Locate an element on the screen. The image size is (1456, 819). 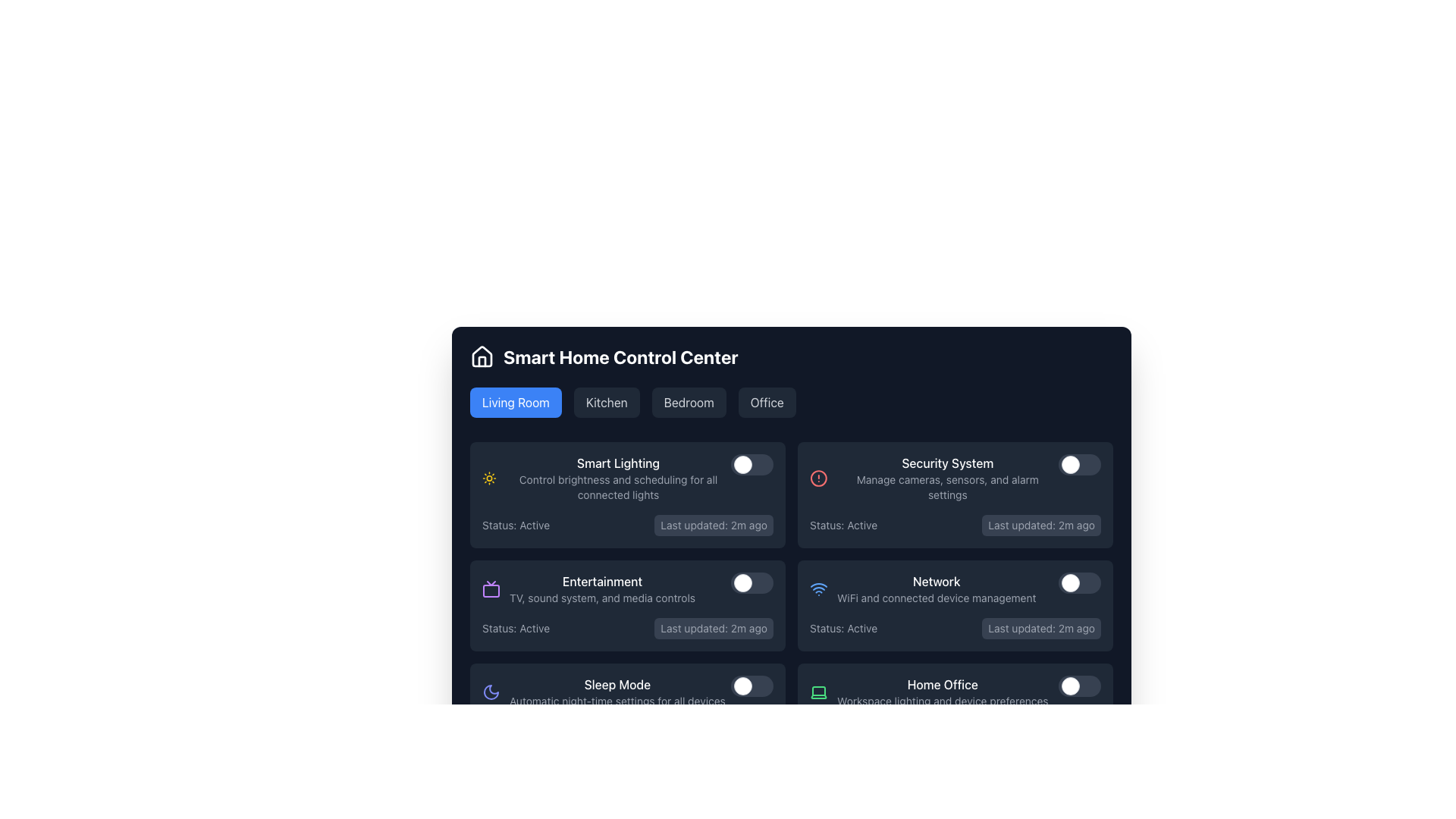
the informational label displaying 'Last updated: 2m ago' with a dark gray background located at the bottom-right corner of the 'Security System' module is located at coordinates (1040, 525).